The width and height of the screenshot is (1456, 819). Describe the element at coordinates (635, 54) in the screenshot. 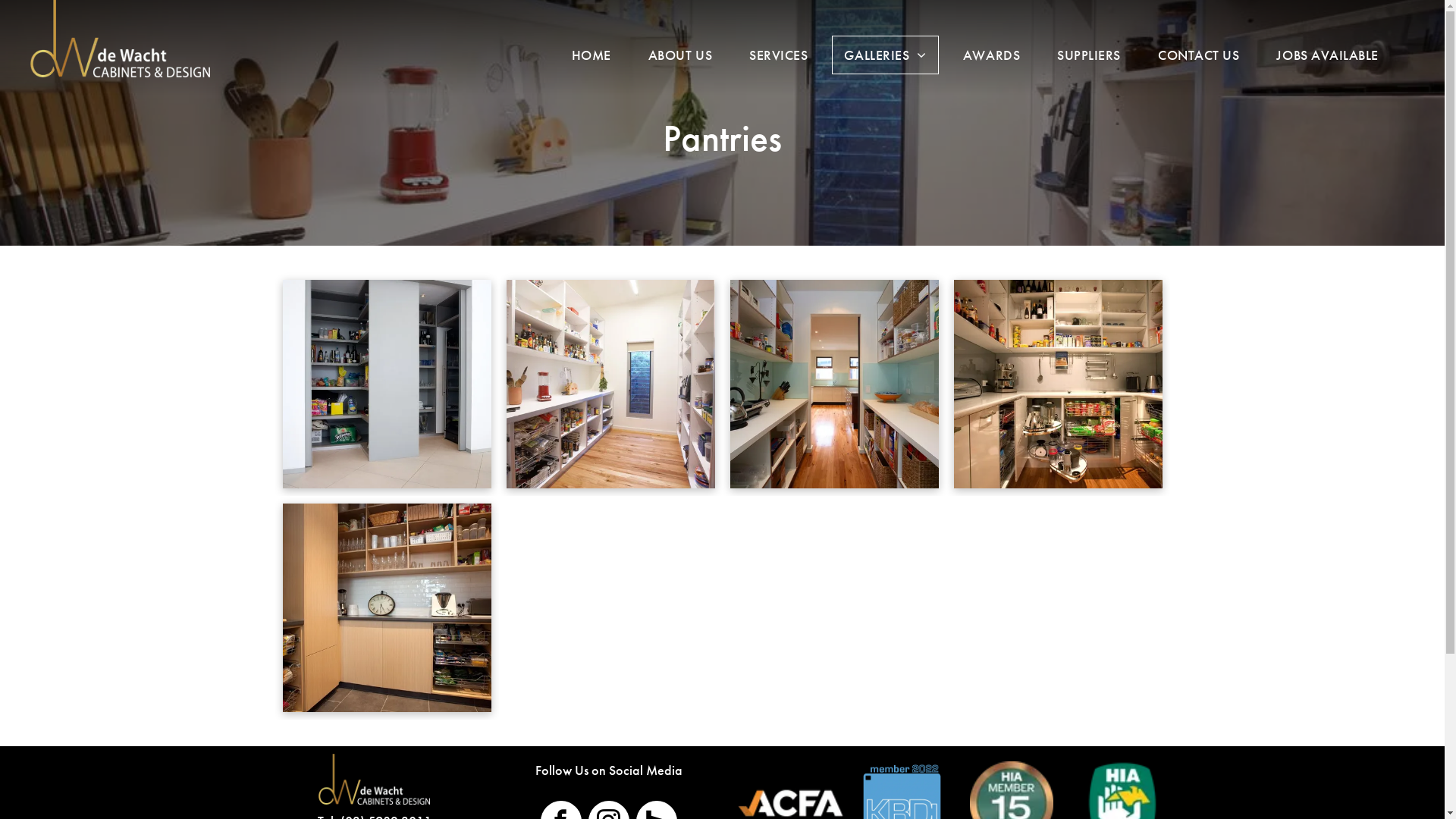

I see `'ABOUT US'` at that location.